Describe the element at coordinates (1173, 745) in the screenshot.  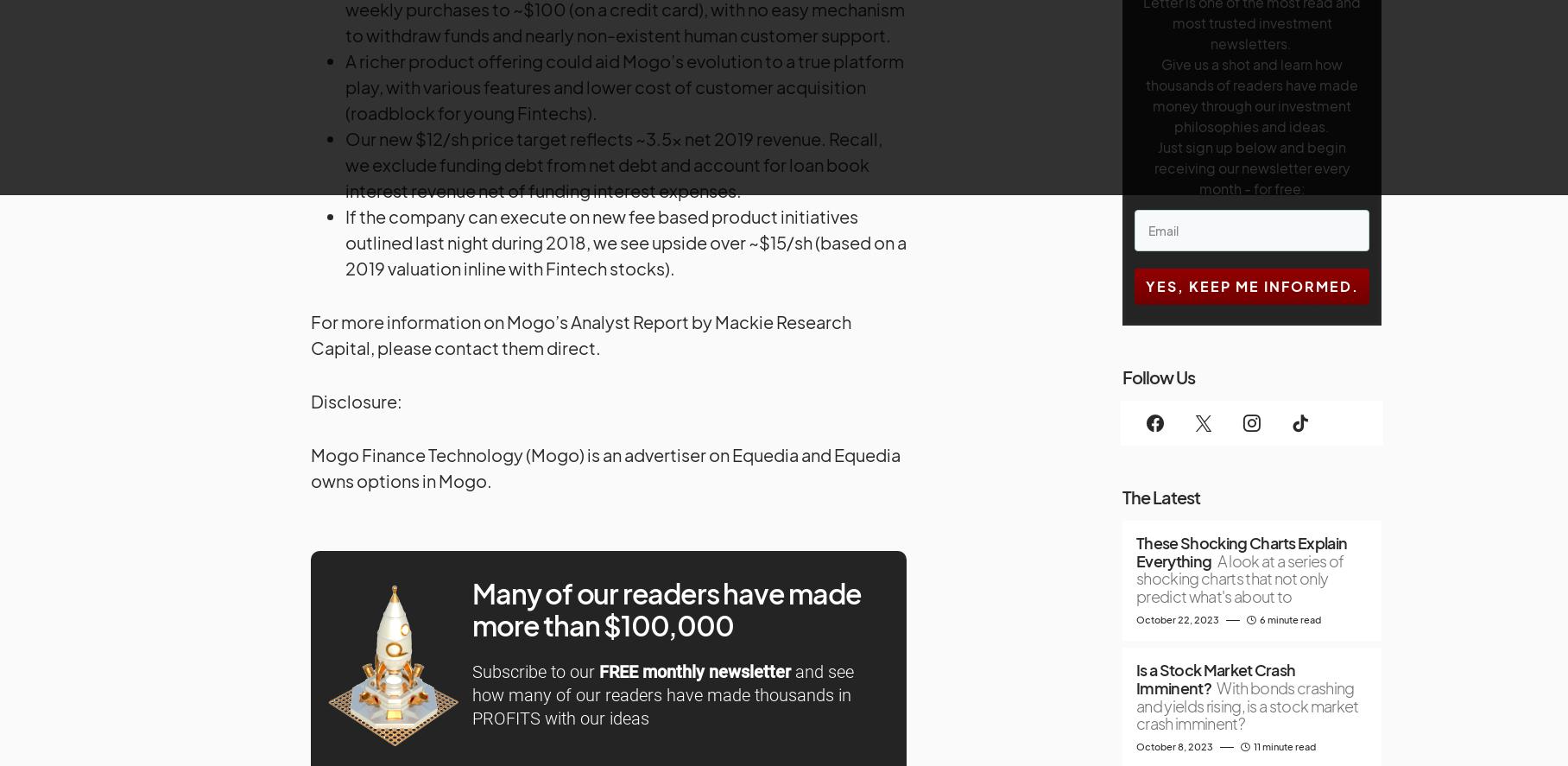
I see `'October 8, 2023'` at that location.